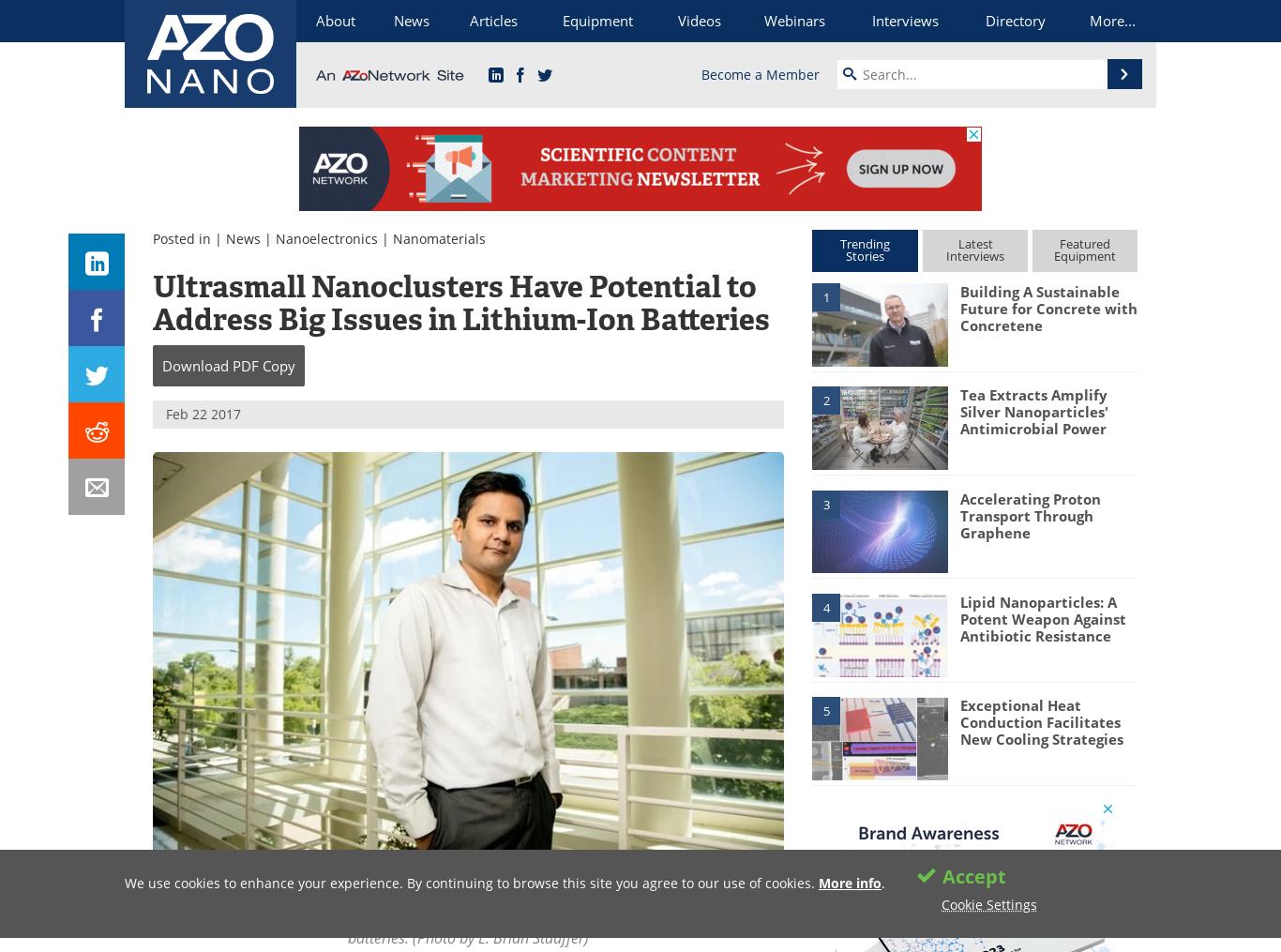  What do you see at coordinates (1111, 20) in the screenshot?
I see `'More...'` at bounding box center [1111, 20].